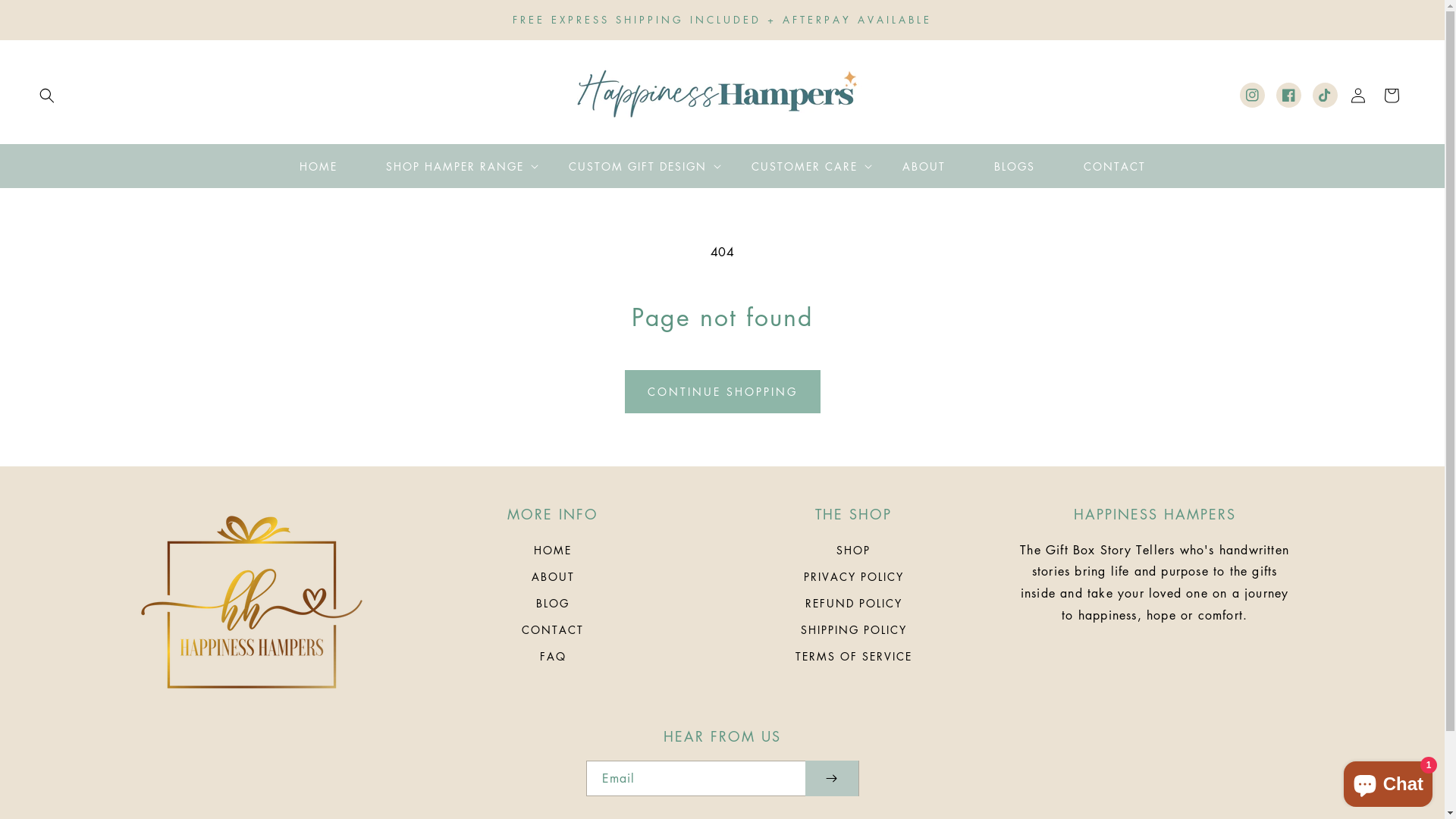  Describe the element at coordinates (1357, 96) in the screenshot. I see `'Log in'` at that location.